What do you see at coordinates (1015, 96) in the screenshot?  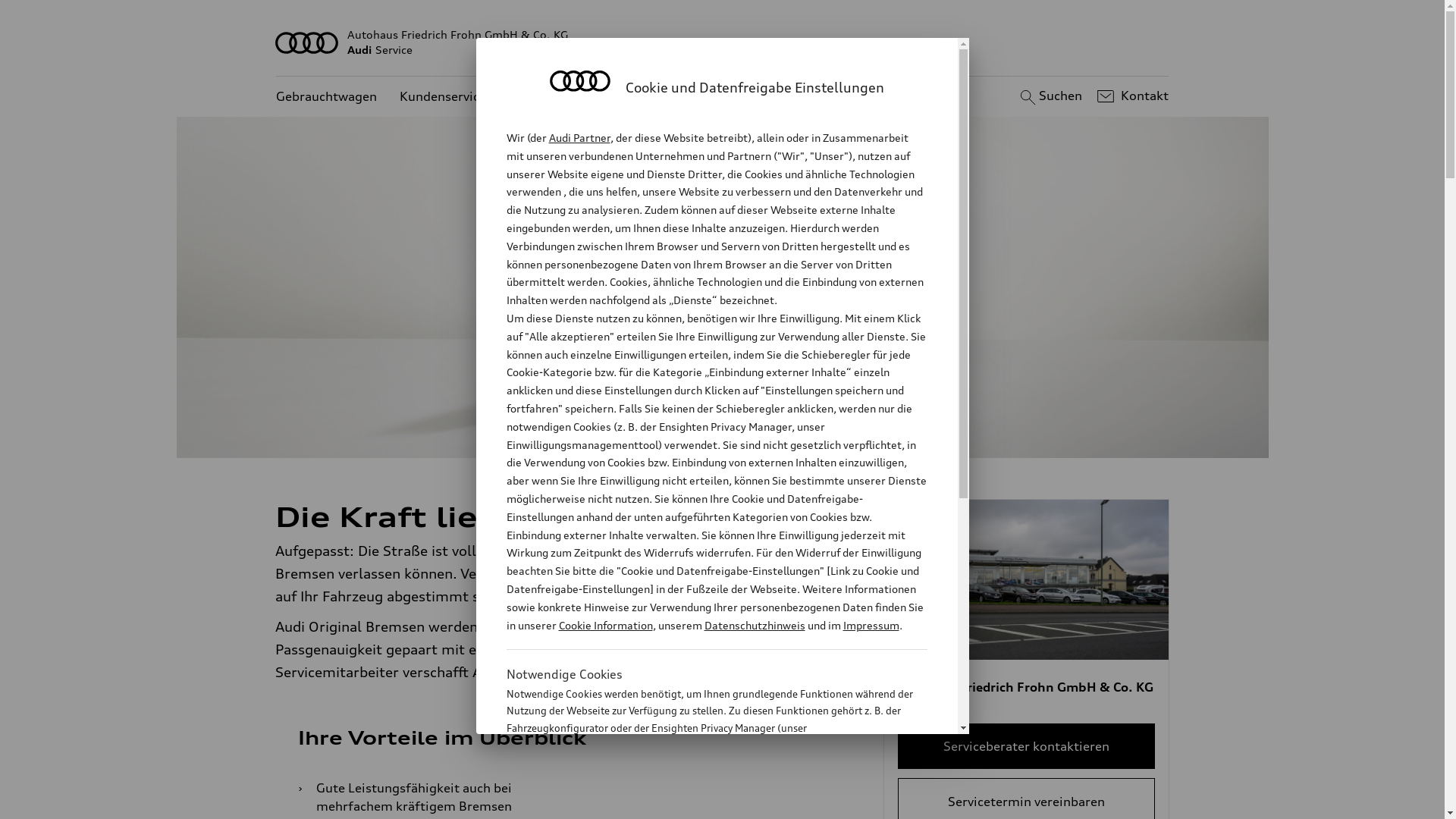 I see `'Suchen'` at bounding box center [1015, 96].